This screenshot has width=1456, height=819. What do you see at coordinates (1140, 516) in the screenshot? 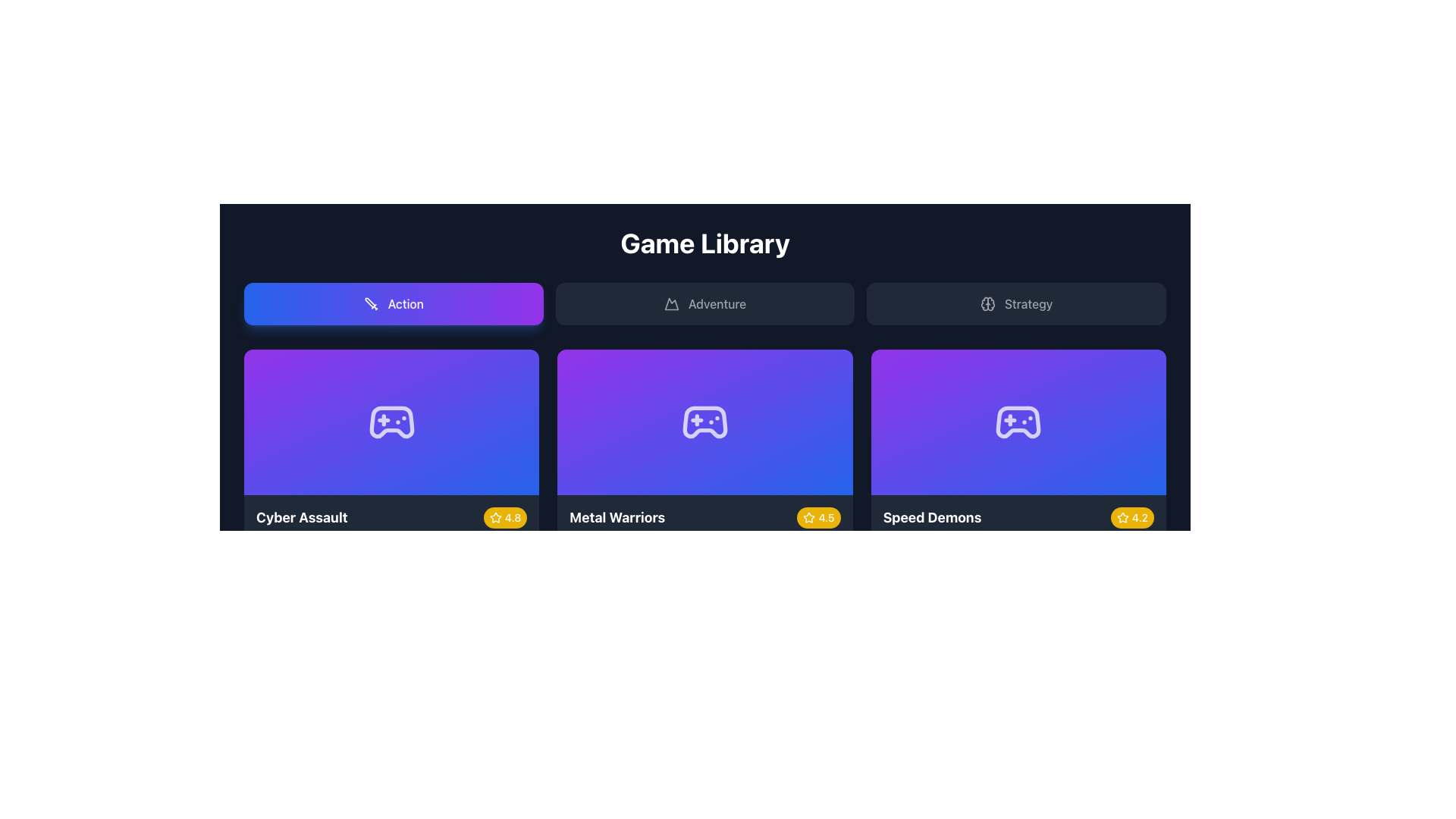
I see `displayed numeric rating value from the Text label located in the bottom-right corner of the 'Speed Demons' card, which is in the third position of the displayed row` at bounding box center [1140, 516].